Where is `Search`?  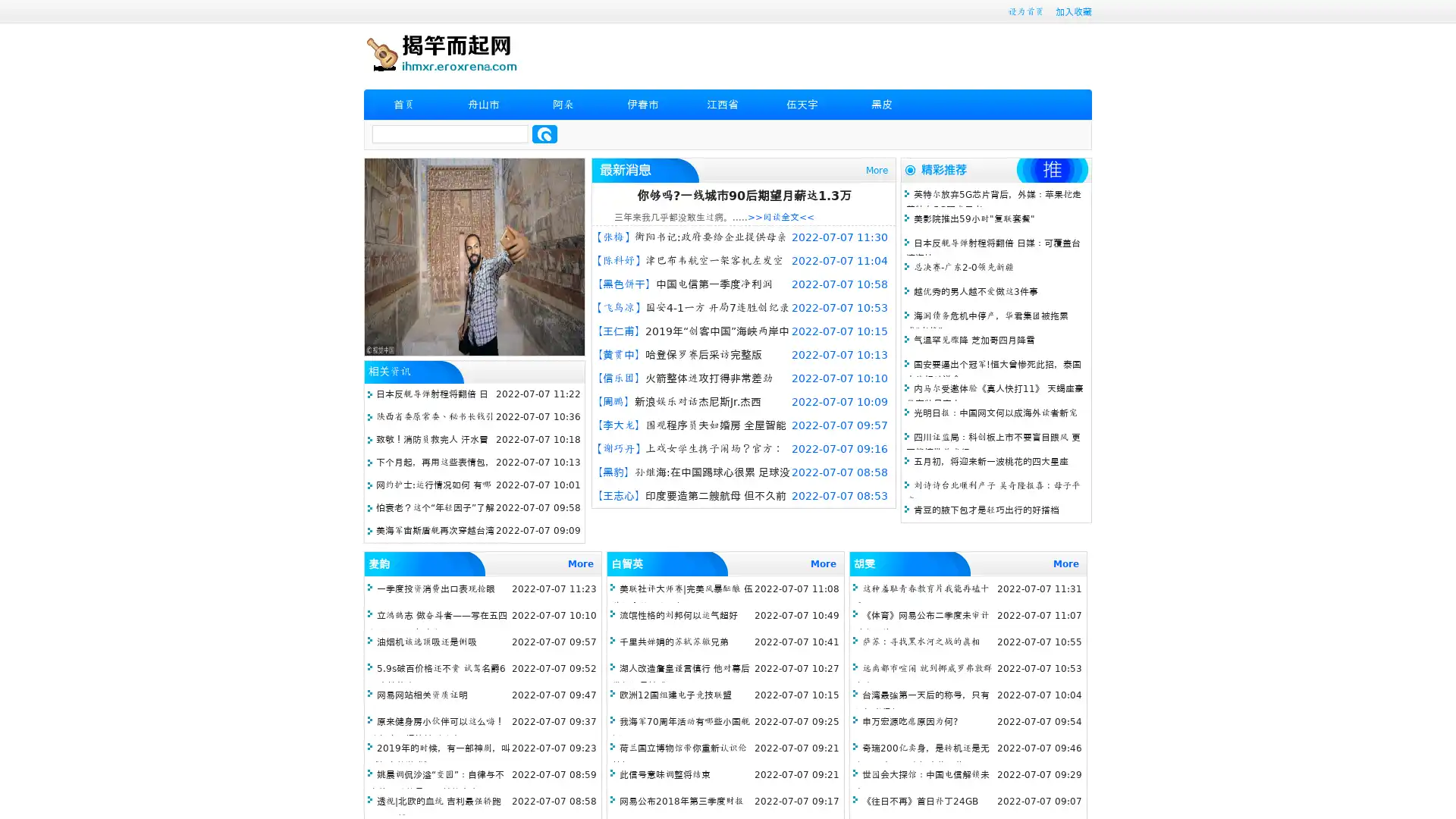 Search is located at coordinates (544, 133).